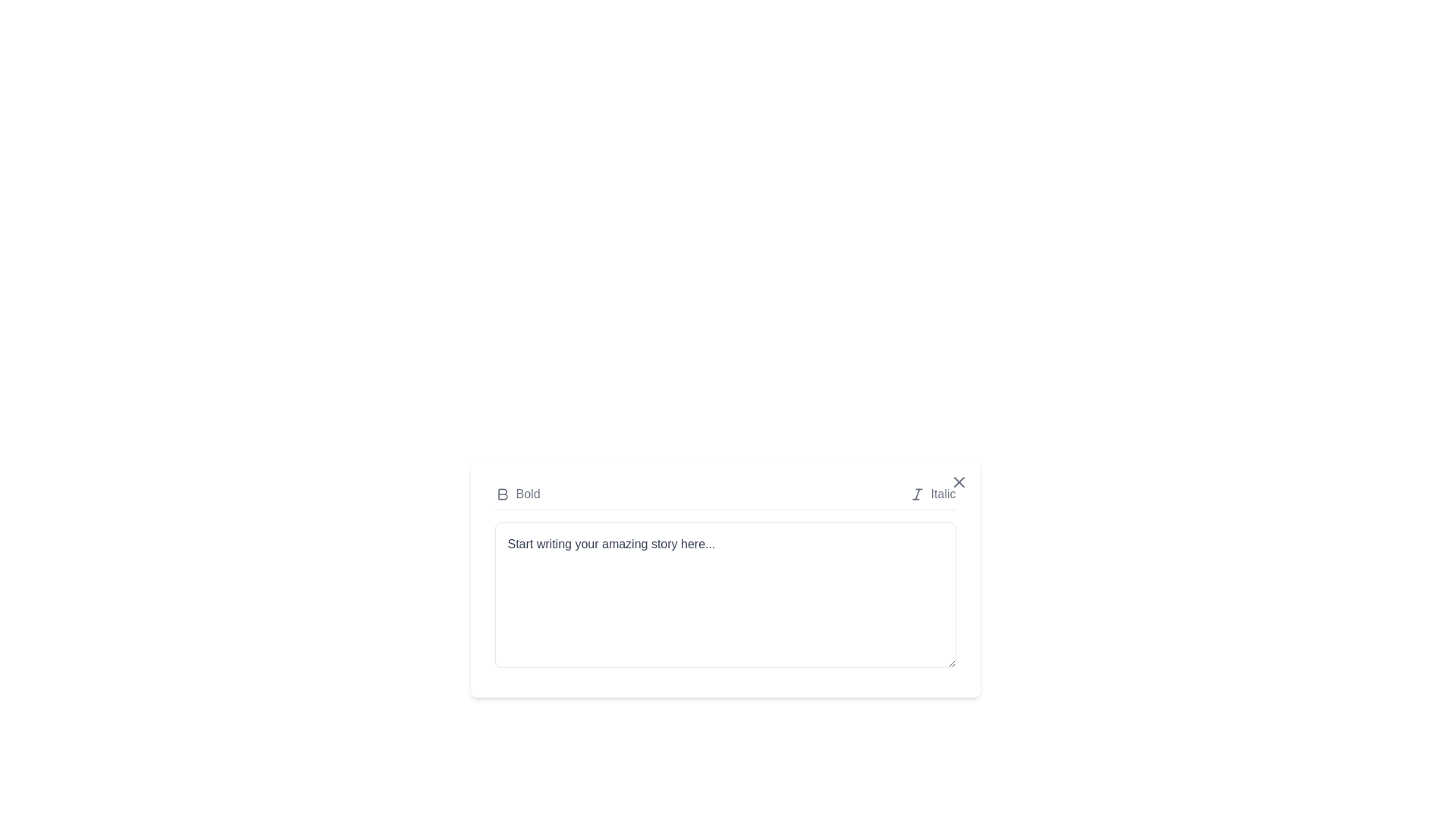 The image size is (1456, 819). What do you see at coordinates (724, 595) in the screenshot?
I see `the center of the text area to focus it` at bounding box center [724, 595].